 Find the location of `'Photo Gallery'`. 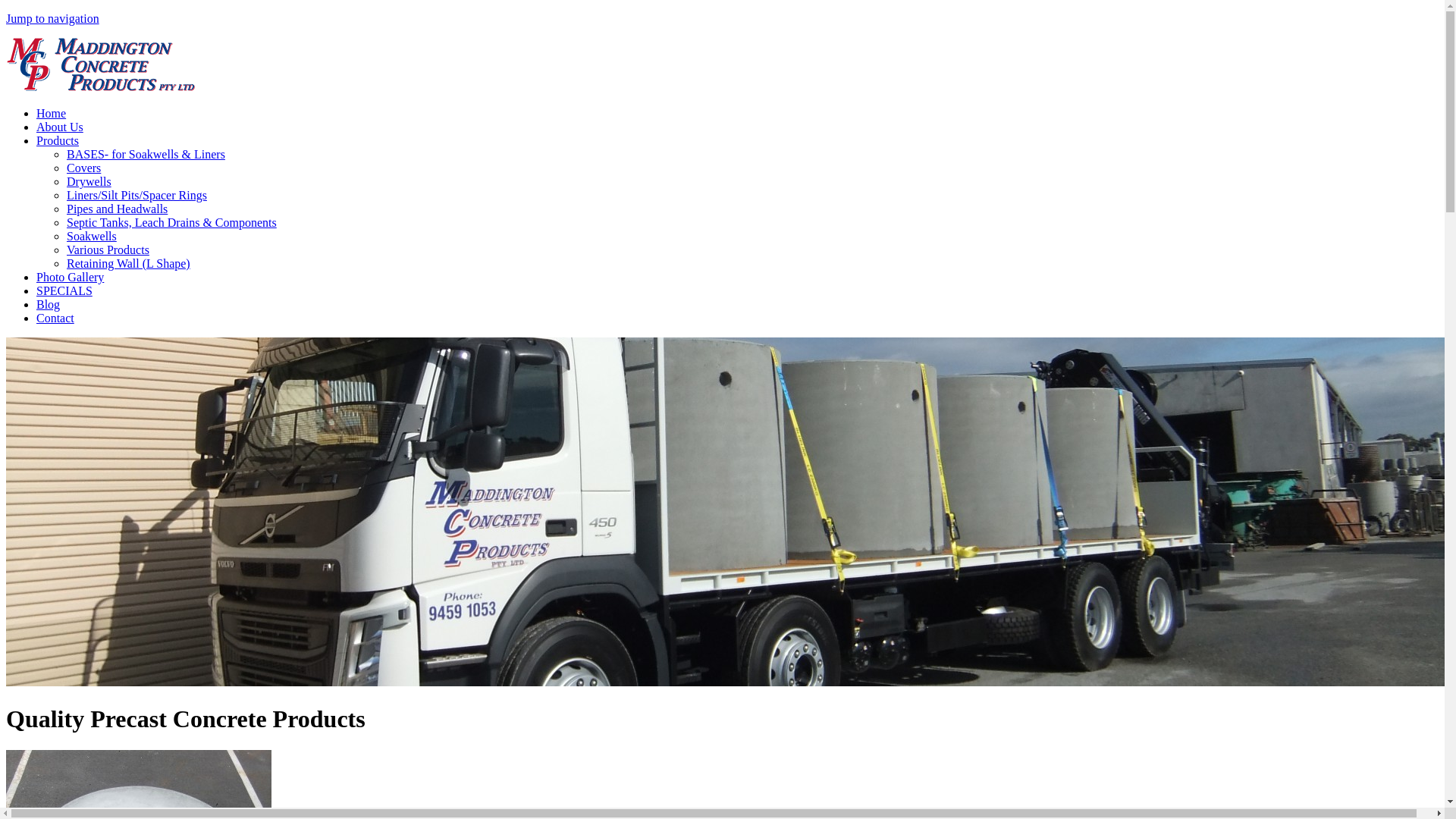

'Photo Gallery' is located at coordinates (69, 277).